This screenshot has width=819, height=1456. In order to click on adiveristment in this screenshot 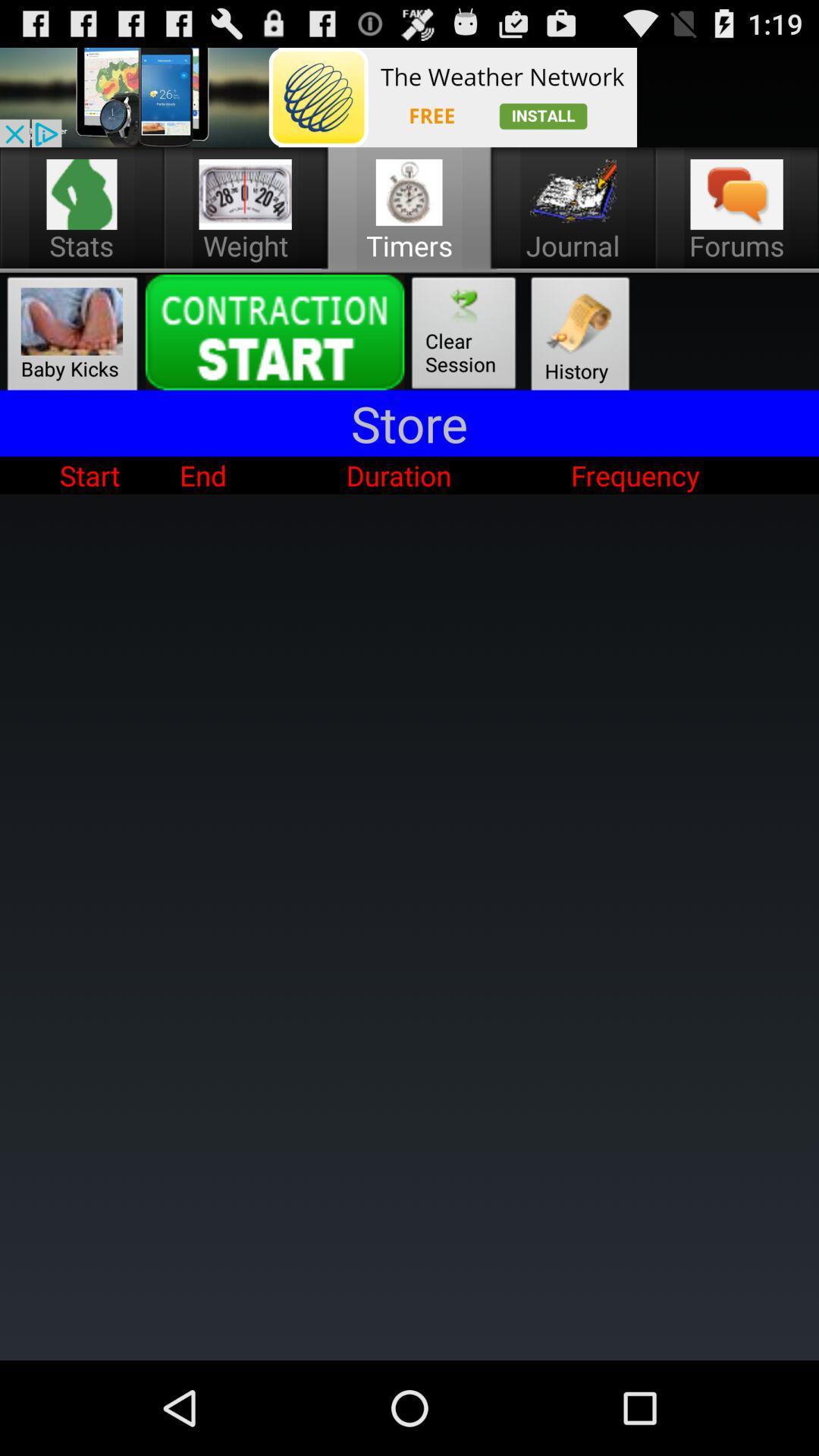, I will do `click(318, 96)`.